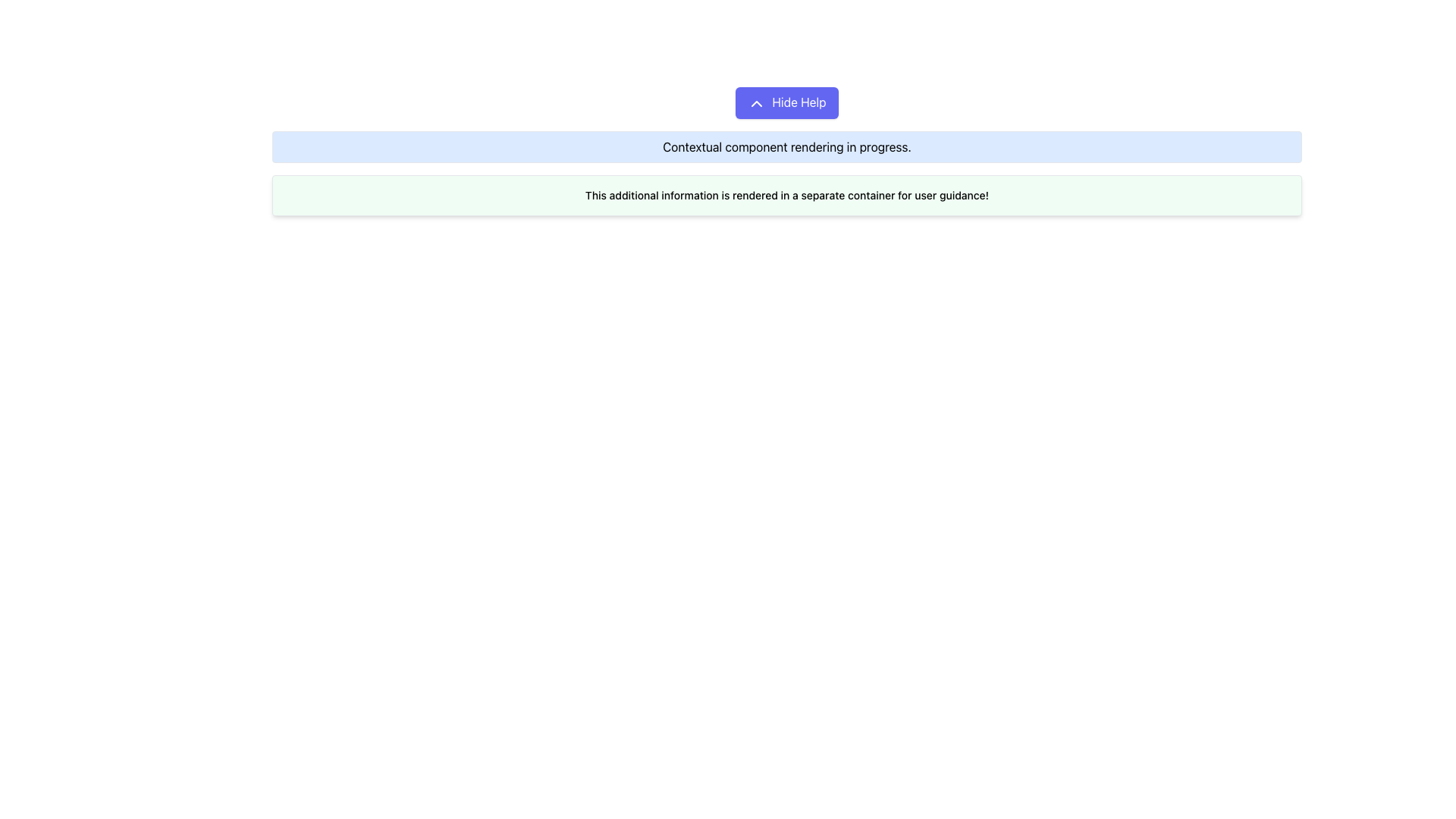  Describe the element at coordinates (757, 102) in the screenshot. I see `the SVG icon located inside the blue button labeled 'Hide Help', which signifies the function of collapsing or hiding the help section` at that location.